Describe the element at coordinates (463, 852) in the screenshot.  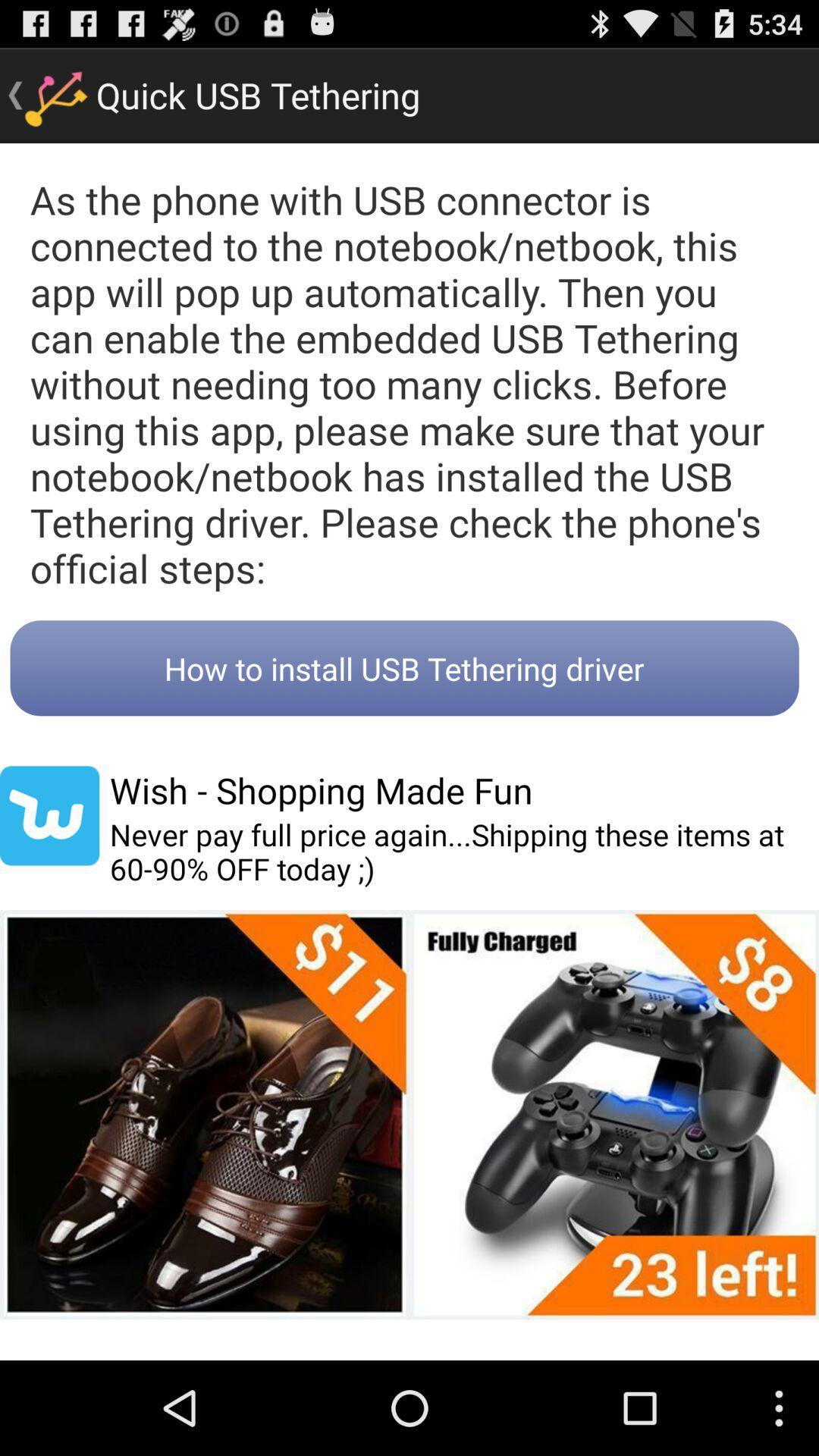
I see `the item below wish shopping made item` at that location.